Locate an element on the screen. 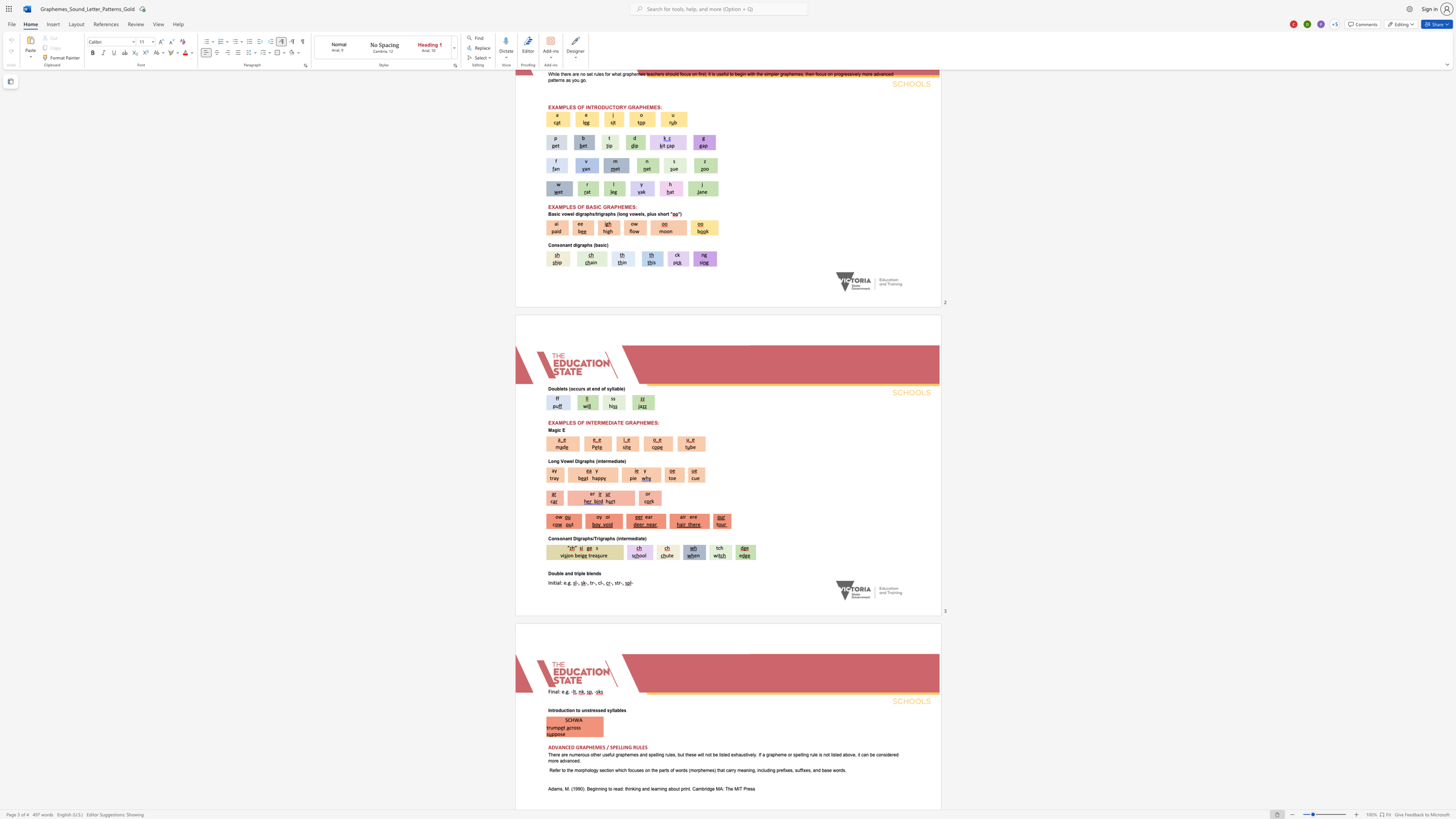  the 1th character "p" in the text is located at coordinates (579, 573).